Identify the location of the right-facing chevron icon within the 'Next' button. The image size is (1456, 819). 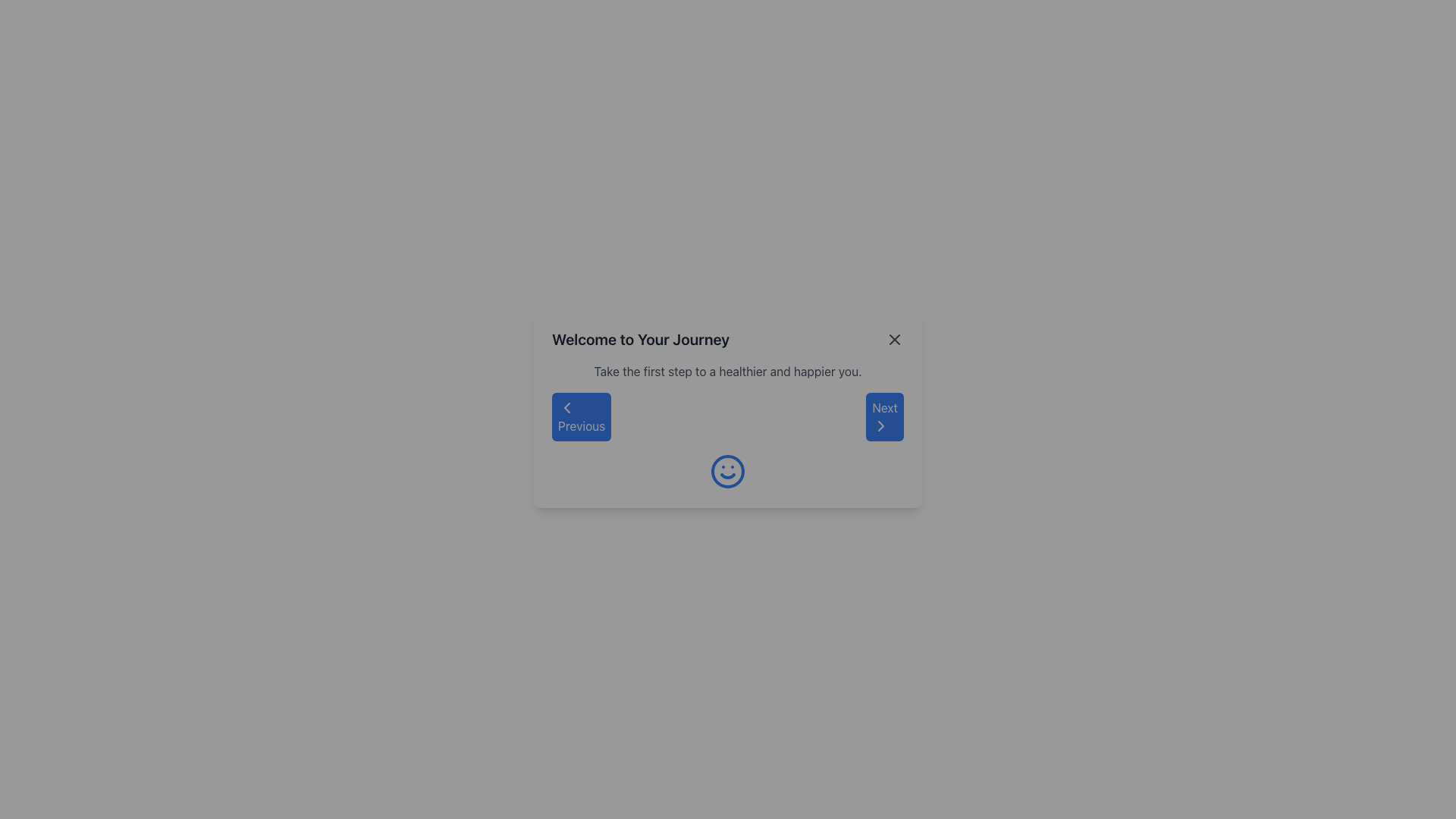
(881, 426).